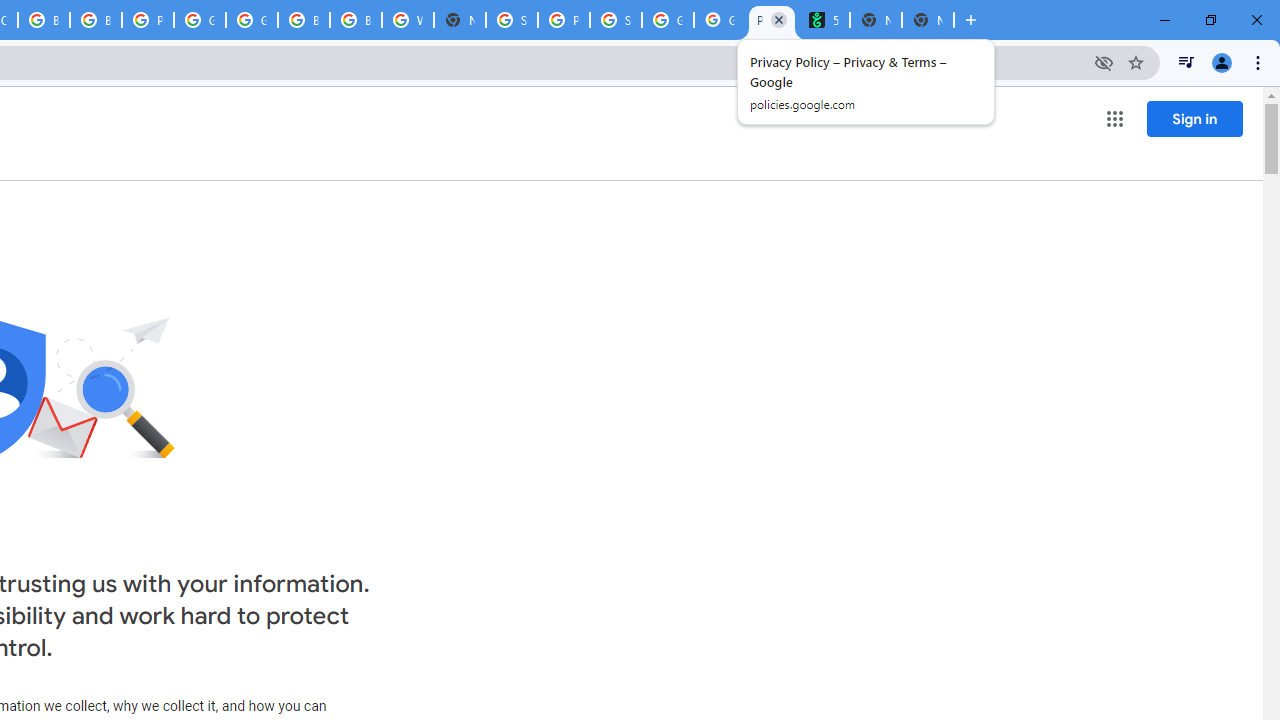 The height and width of the screenshot is (720, 1280). Describe the element at coordinates (927, 20) in the screenshot. I see `'New Tab'` at that location.